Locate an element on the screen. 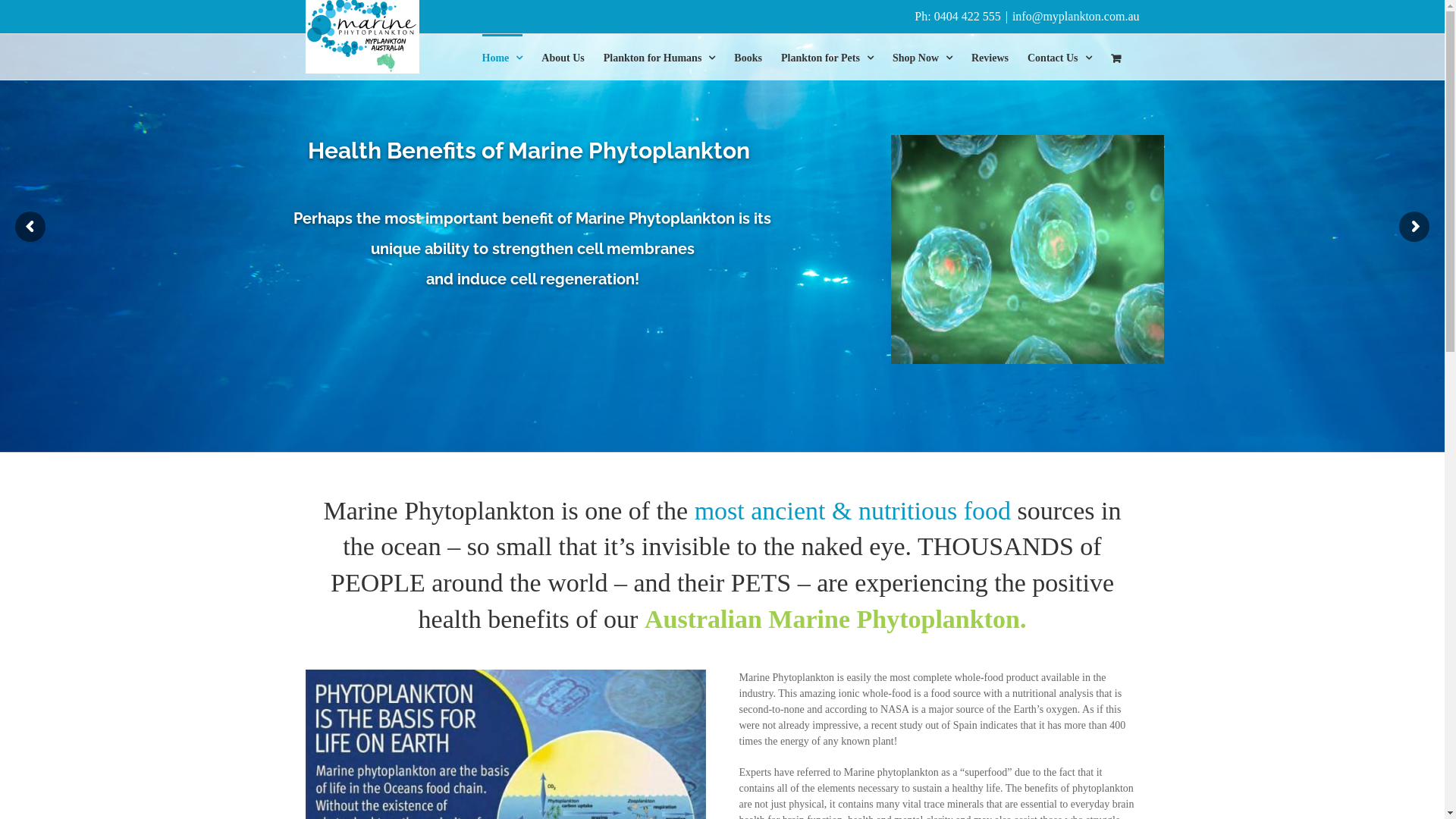 This screenshot has width=1456, height=819. 'Reviews' is located at coordinates (971, 55).